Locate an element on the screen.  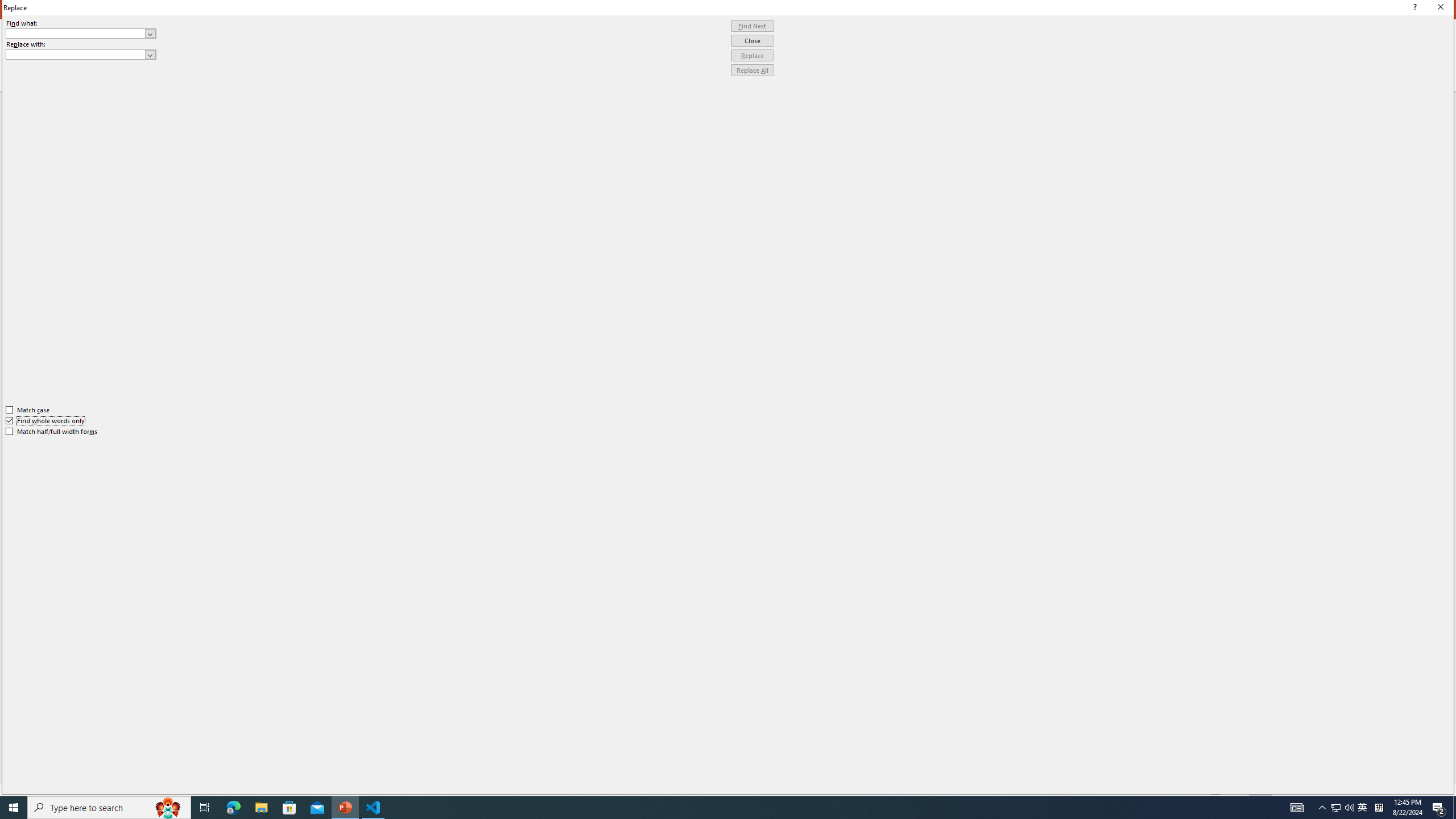
'Match case' is located at coordinates (27, 409).